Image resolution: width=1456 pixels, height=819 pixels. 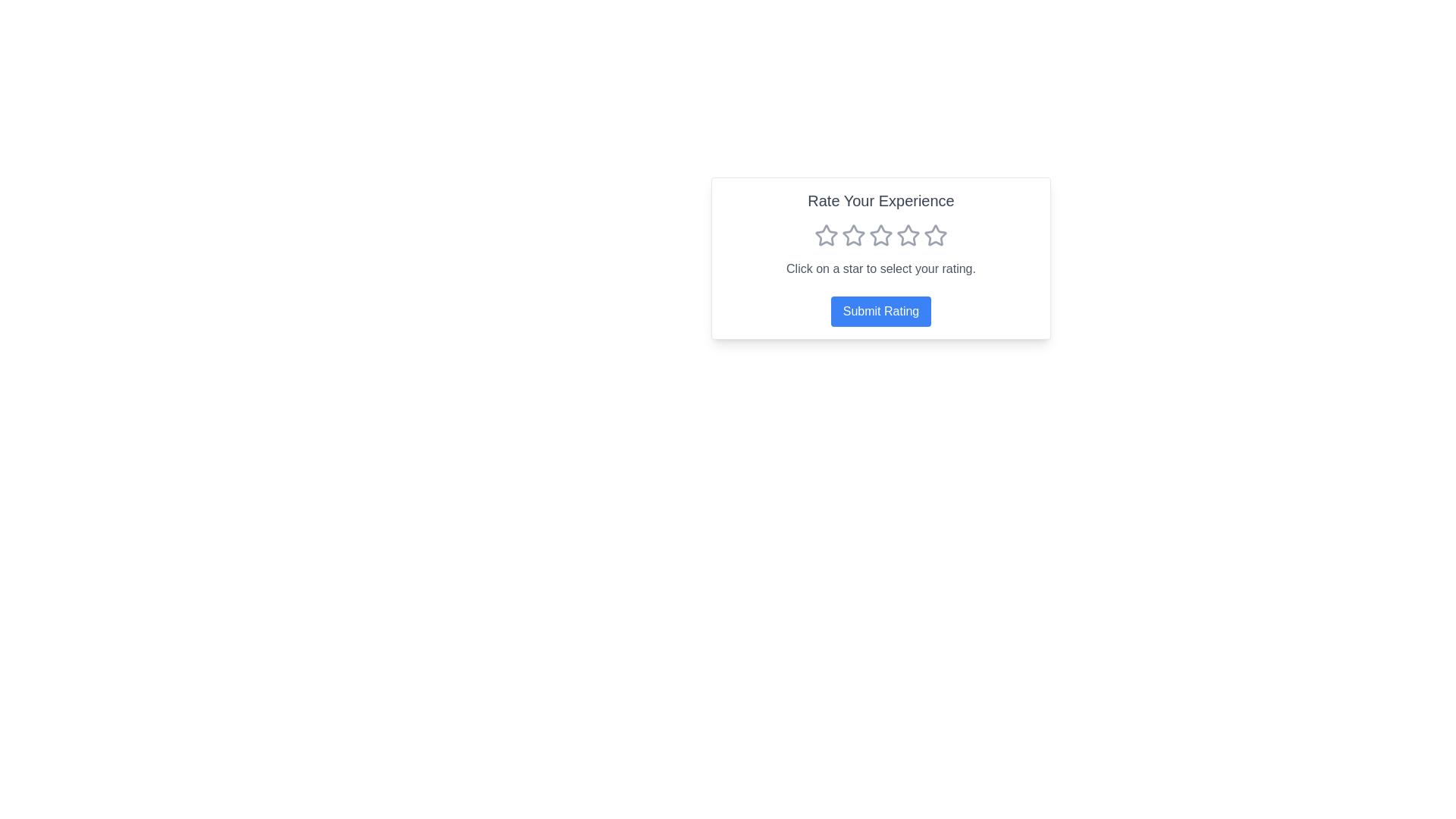 I want to click on the fourth star in the rating system to indicate a rating of four out of five, so click(x=908, y=235).